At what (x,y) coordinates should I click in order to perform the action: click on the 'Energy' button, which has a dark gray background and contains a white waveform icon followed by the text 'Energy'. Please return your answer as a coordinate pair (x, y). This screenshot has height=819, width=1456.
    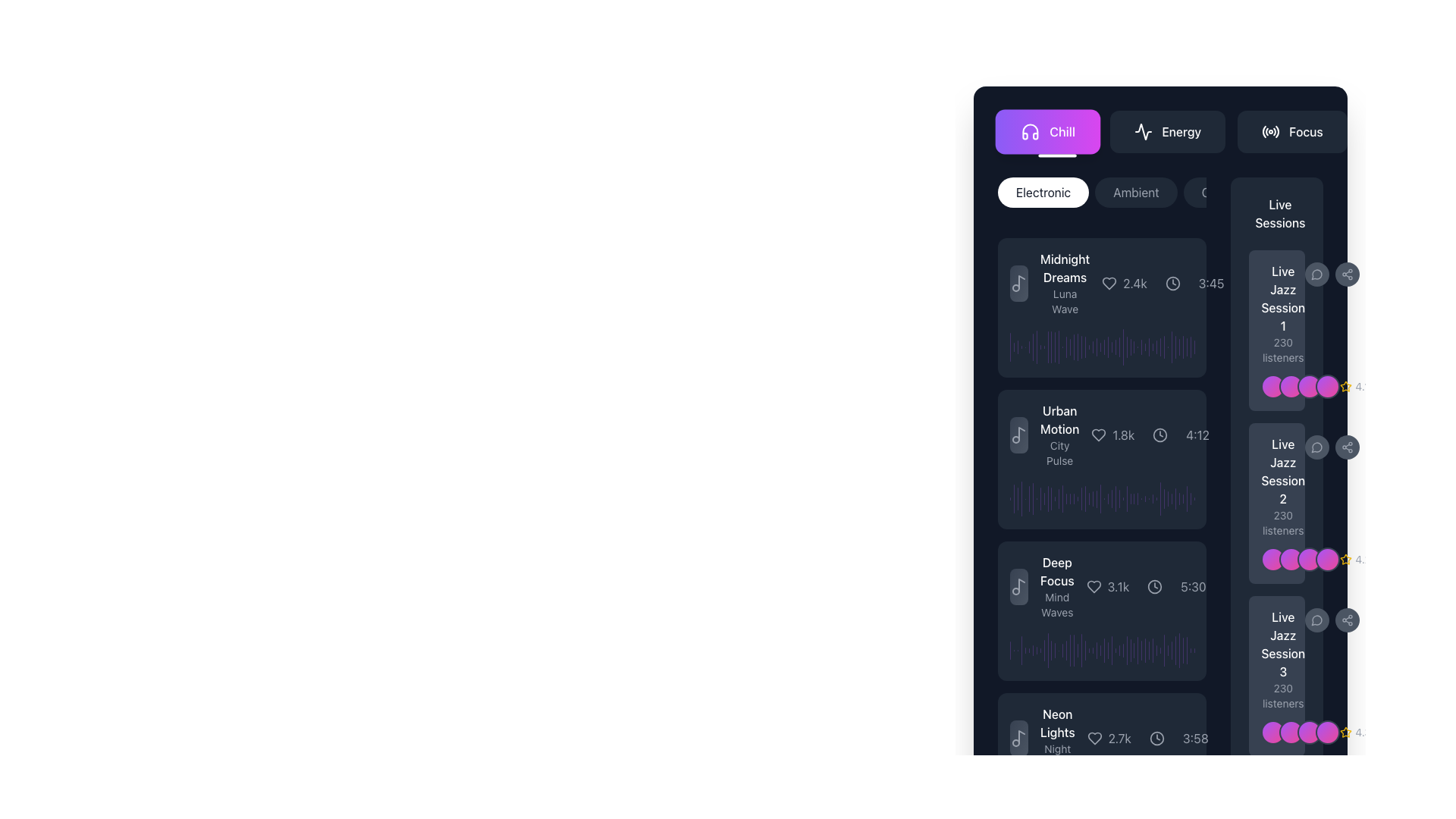
    Looking at the image, I should click on (1167, 130).